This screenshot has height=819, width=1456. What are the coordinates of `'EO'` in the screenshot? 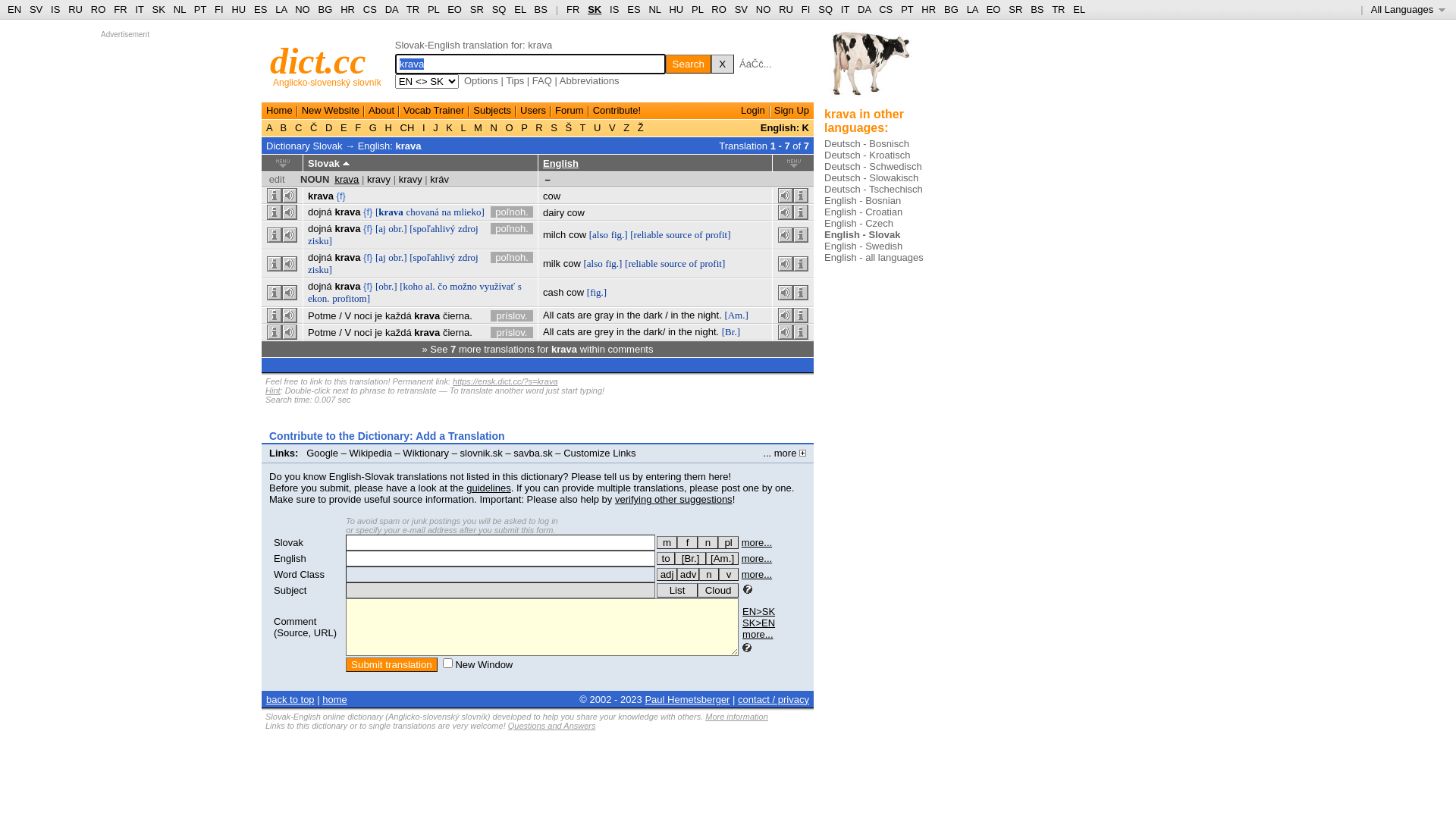 It's located at (453, 9).